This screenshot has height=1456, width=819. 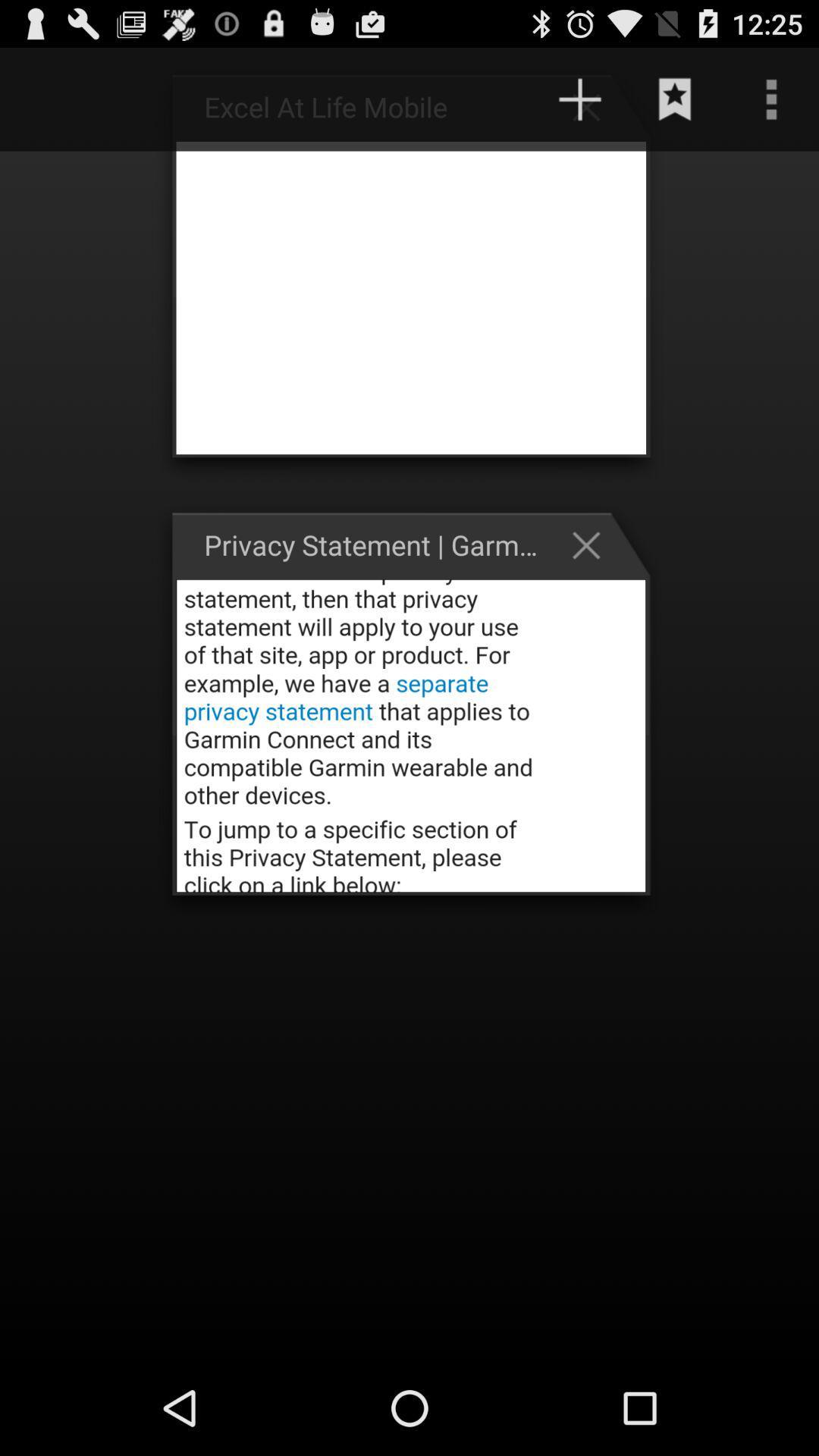 What do you see at coordinates (771, 105) in the screenshot?
I see `the more icon` at bounding box center [771, 105].